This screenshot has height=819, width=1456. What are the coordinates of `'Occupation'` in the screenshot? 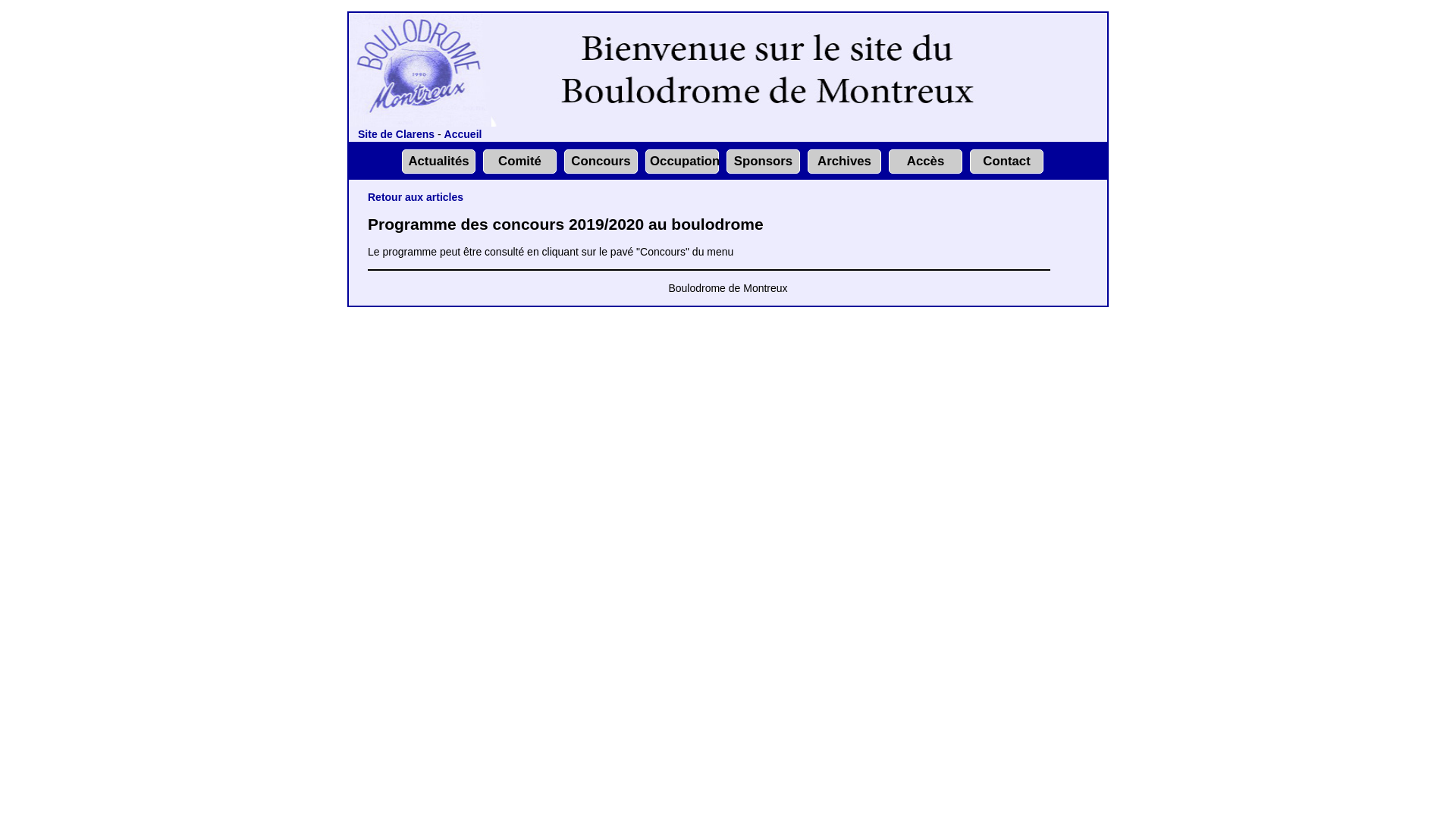 It's located at (650, 161).